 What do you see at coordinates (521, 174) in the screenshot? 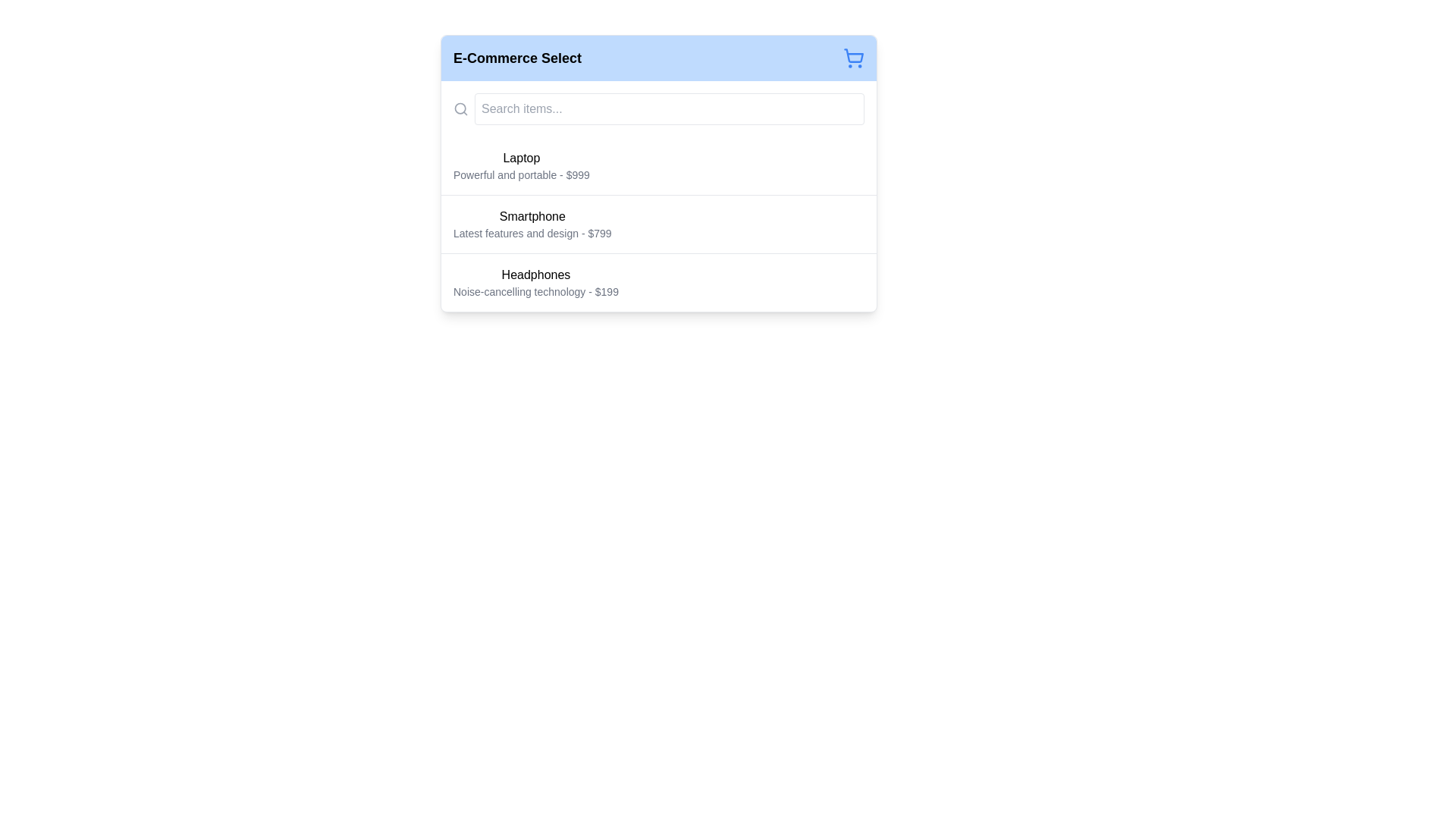
I see `the text description element providing details and price for the product 'Laptop', located beneath its title in a list-style interface` at bounding box center [521, 174].